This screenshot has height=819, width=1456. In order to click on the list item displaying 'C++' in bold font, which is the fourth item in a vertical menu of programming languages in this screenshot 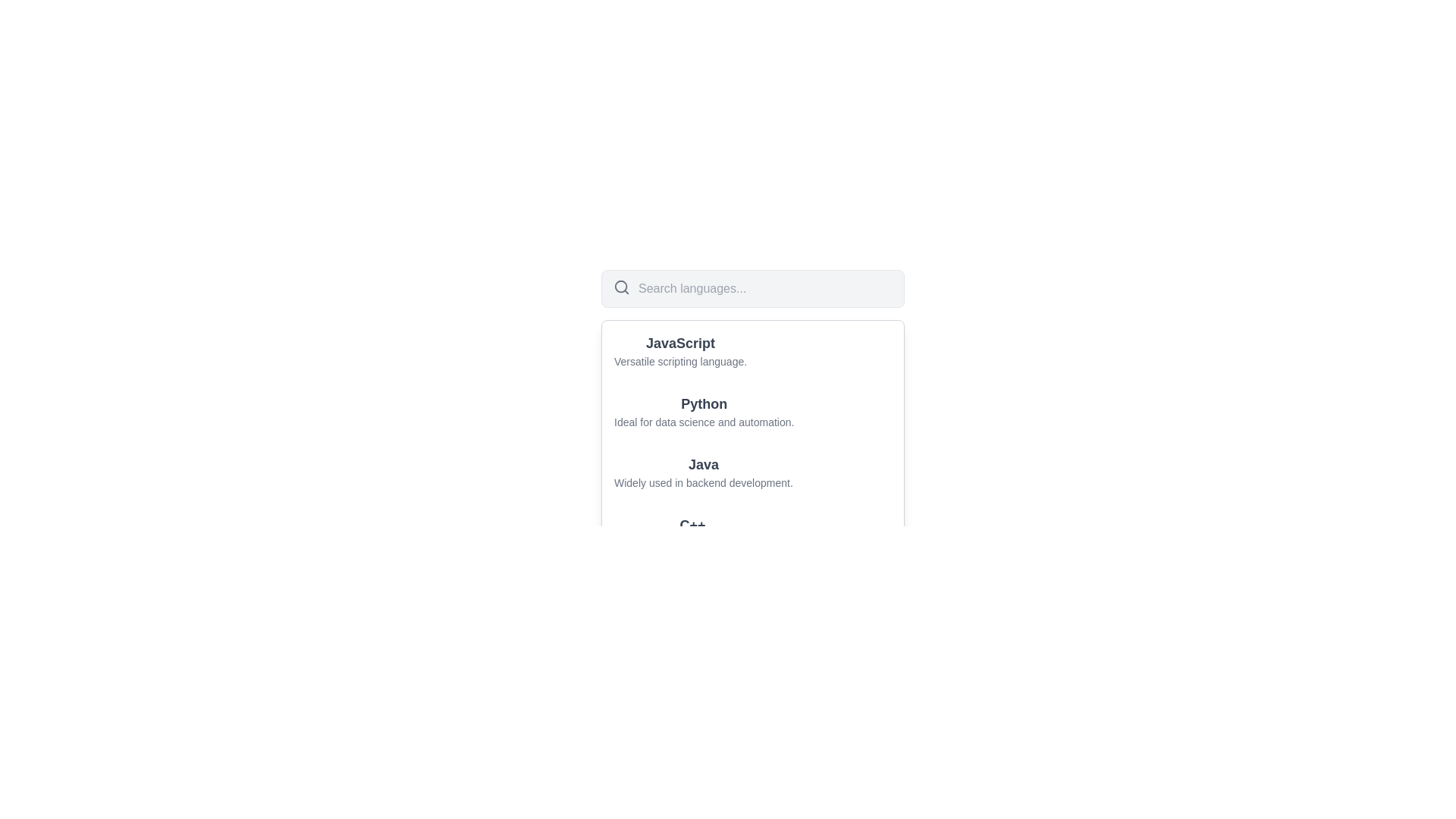, I will do `click(753, 532)`.